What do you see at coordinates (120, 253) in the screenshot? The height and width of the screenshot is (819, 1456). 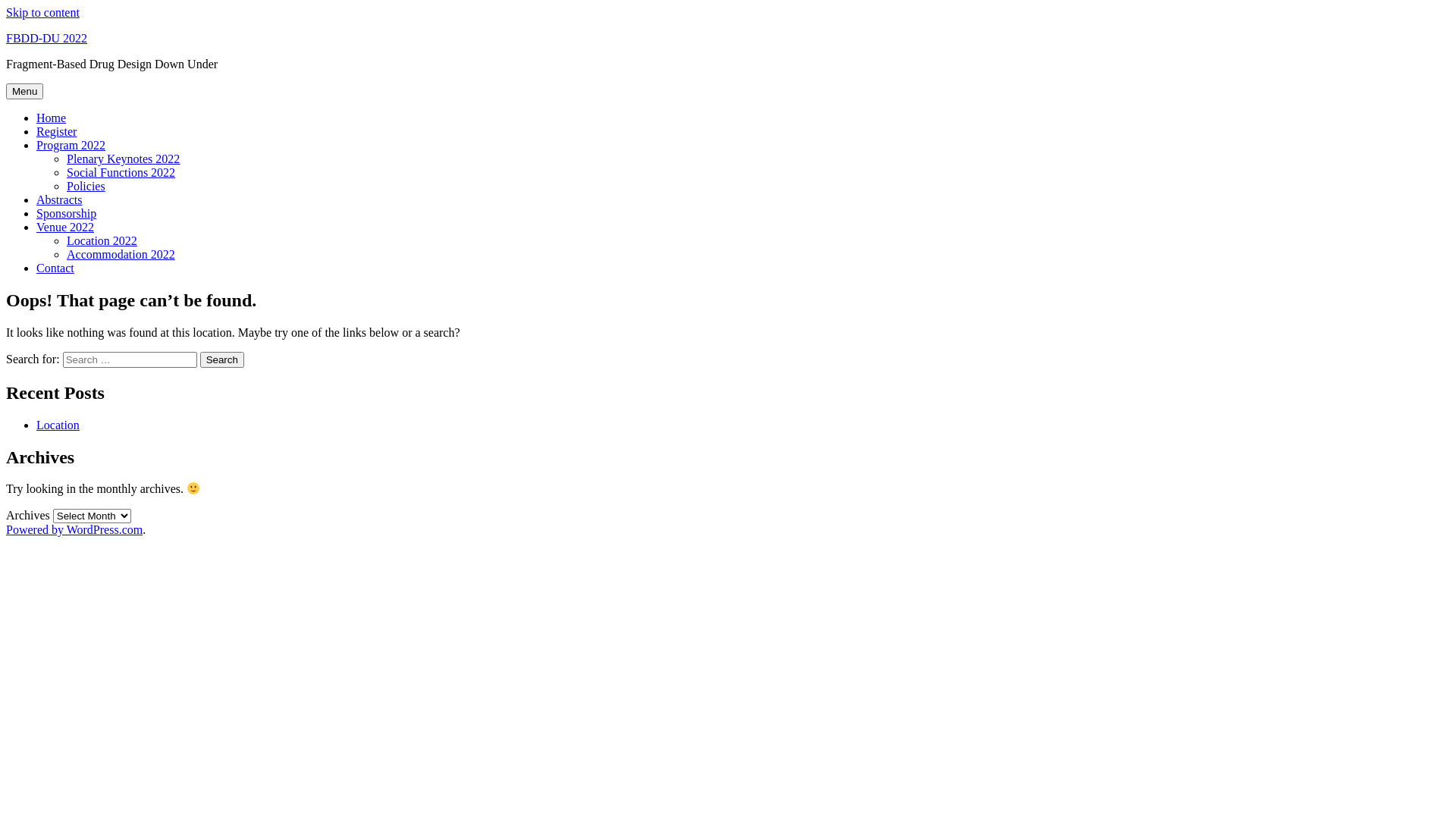 I see `'Accommodation 2022'` at bounding box center [120, 253].